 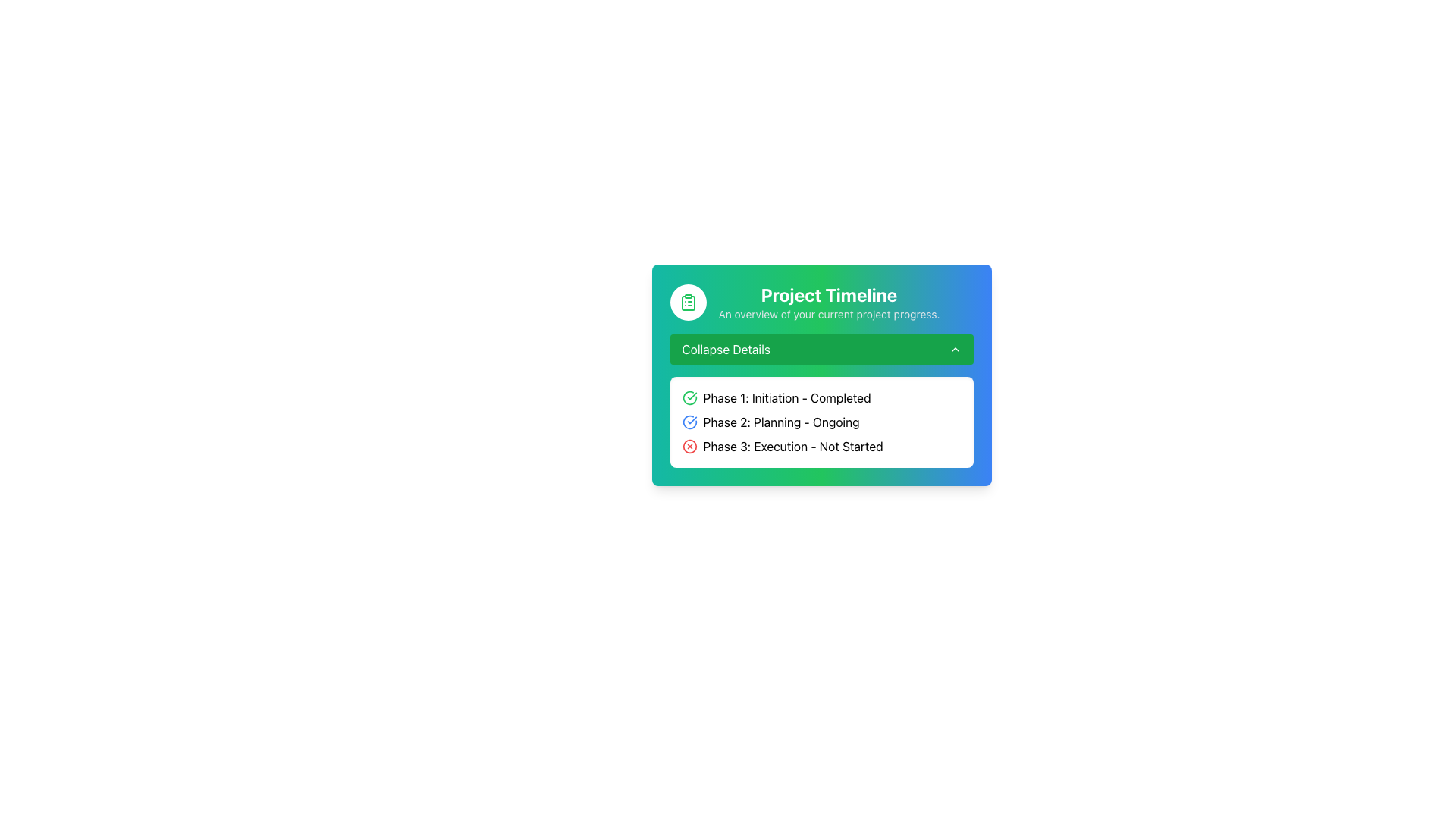 What do you see at coordinates (687, 302) in the screenshot?
I see `the clipboard-shaped icon with a green background, located at the top-left corner of the 'Project Timeline' card, above the title and description` at bounding box center [687, 302].